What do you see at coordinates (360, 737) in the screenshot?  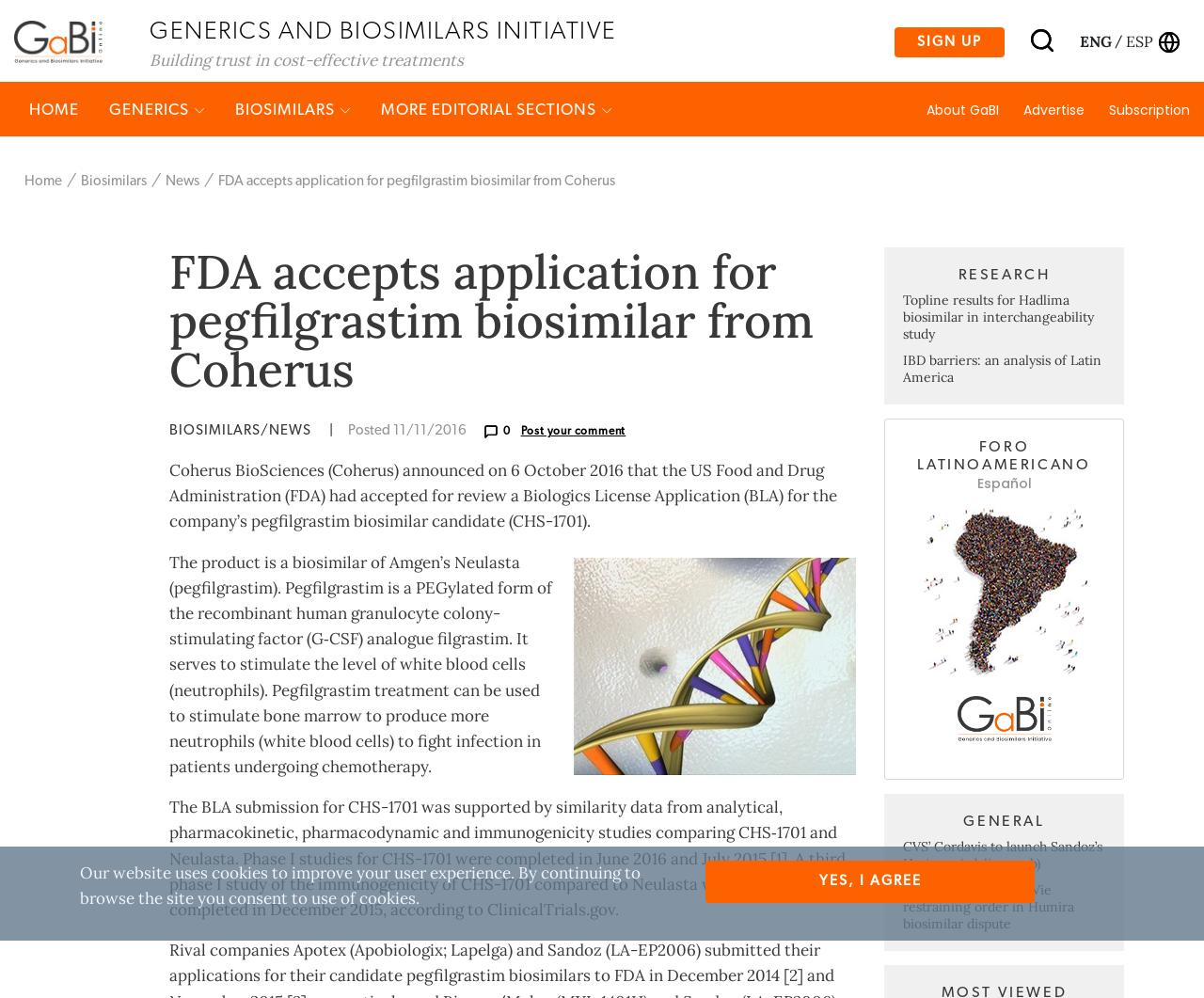 I see `'The product is a biosimilar of Amgen’s Neulasta (pegfilgrastim). Pegfilgrastim is a PEGylated form of the recombinant human granulocyte colony-stimulating factor (G‑CSF) analogue filgrastim. It serves to stimulate the level of white blood cells (neutrophils). Pegfilgrastim treatment can be used to stimulate bone marrow to produce more neutrophils (white blood cells) to fight infection in patients undergoing chemotherapy.'` at bounding box center [360, 737].